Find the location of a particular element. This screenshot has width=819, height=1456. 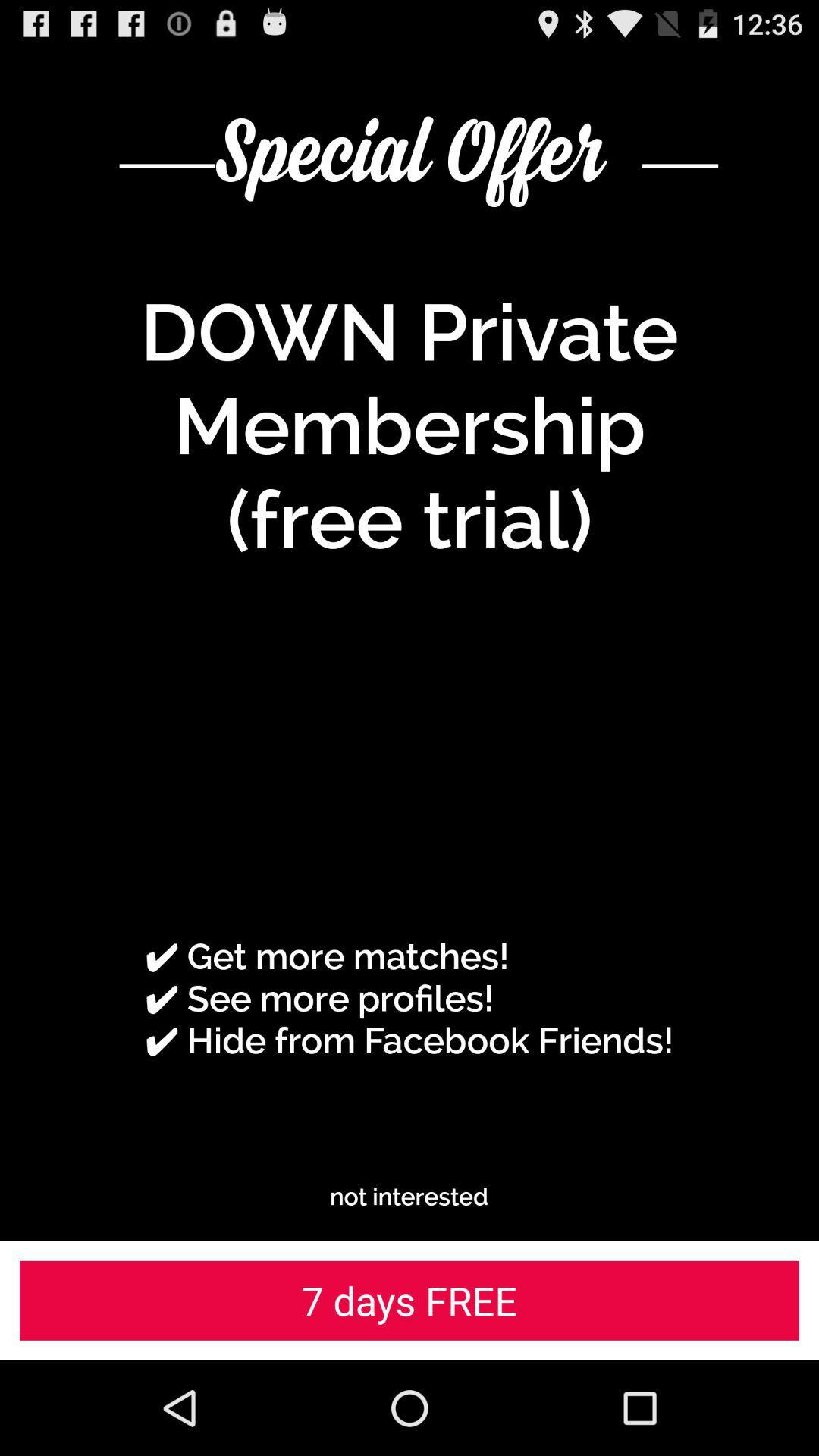

the 7 days free item is located at coordinates (409, 1300).